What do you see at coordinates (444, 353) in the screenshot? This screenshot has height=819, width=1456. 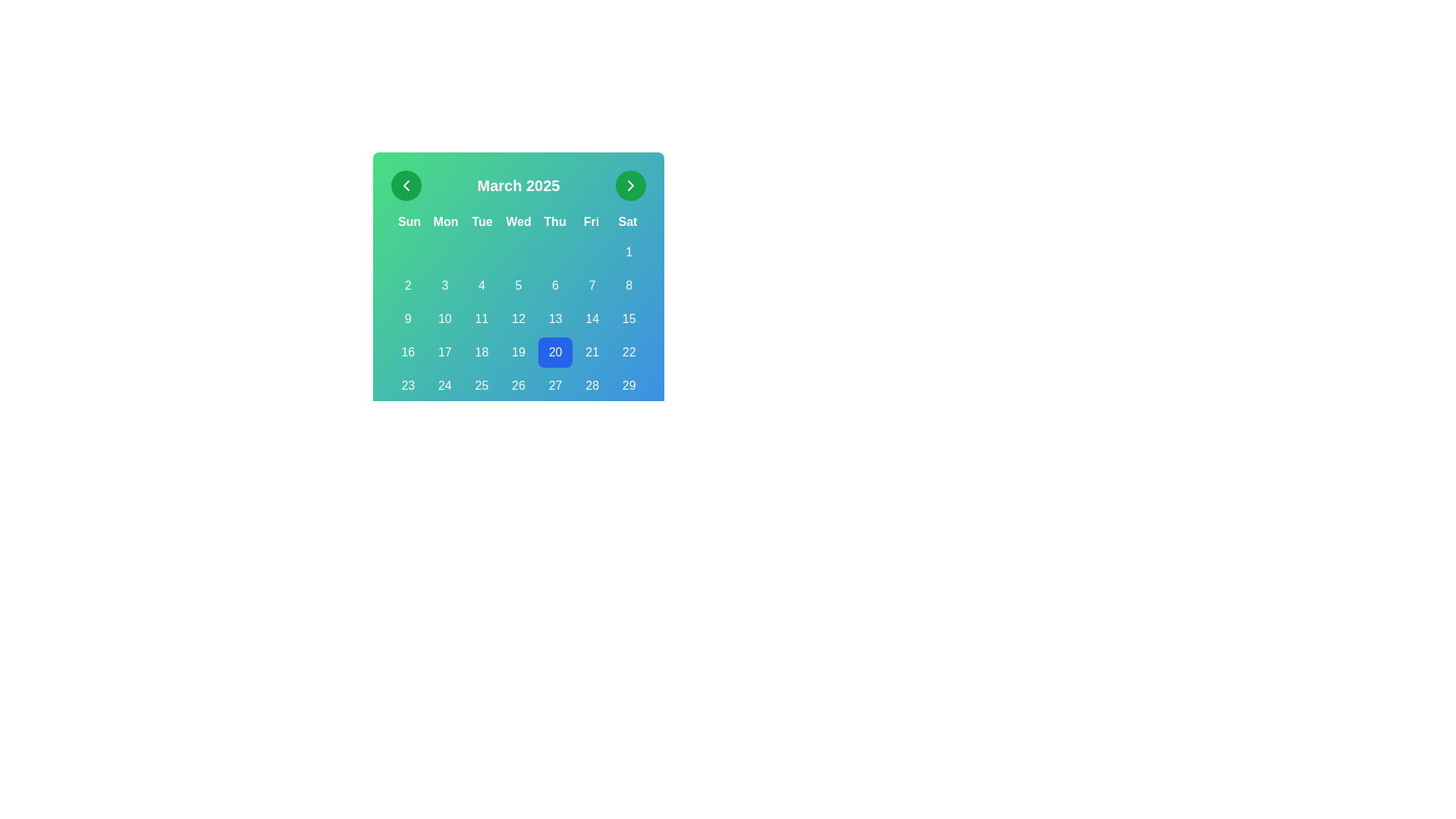 I see `the rounded rectangular button displaying the number '17' in the calendar grid for March 2025` at bounding box center [444, 353].